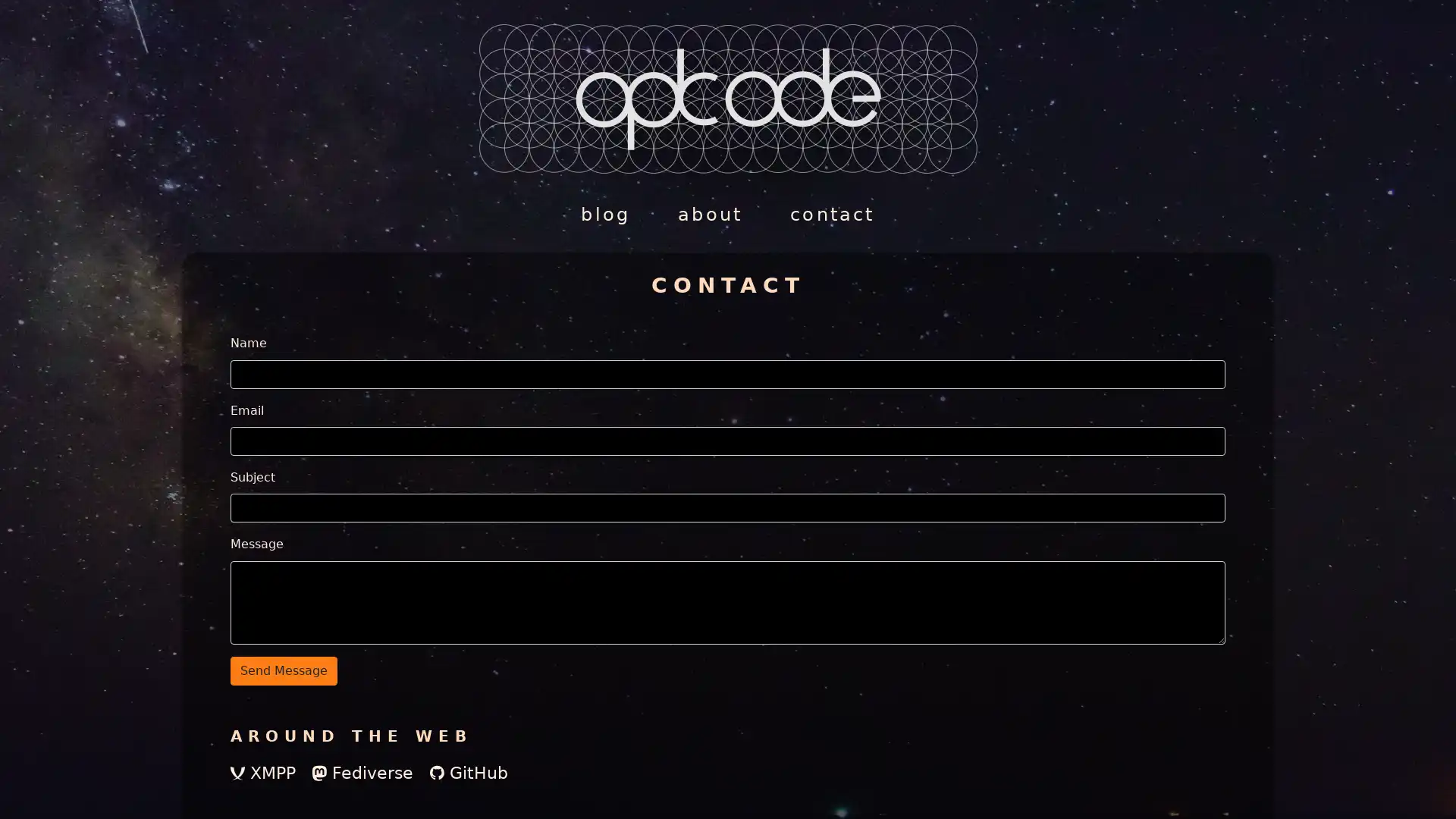  I want to click on Send Message, so click(284, 669).